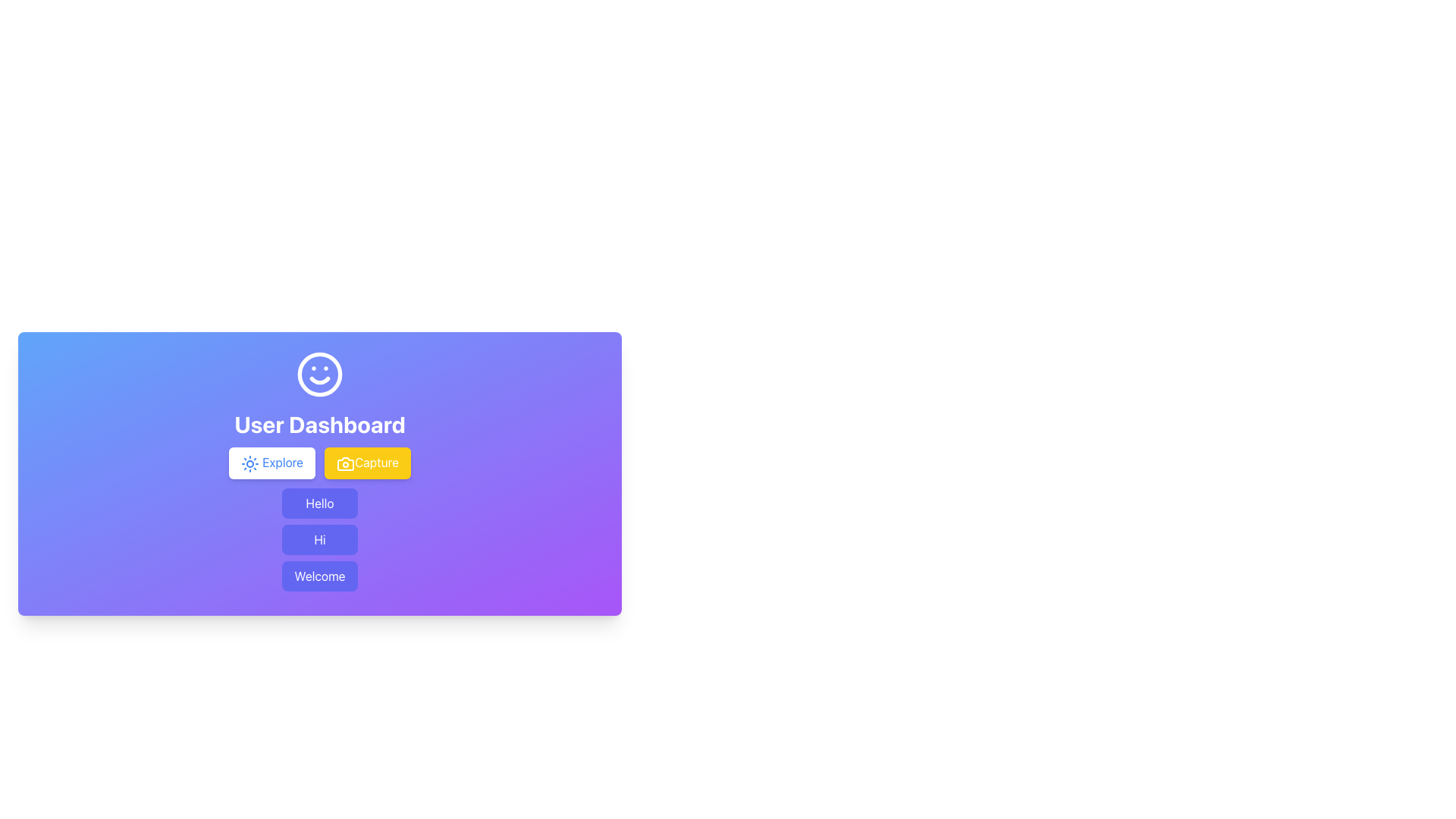 The image size is (1456, 819). Describe the element at coordinates (345, 463) in the screenshot. I see `the camera icon within the 'Capture' button, which is located in the middle section of the interface next to the 'Explore' button` at that location.